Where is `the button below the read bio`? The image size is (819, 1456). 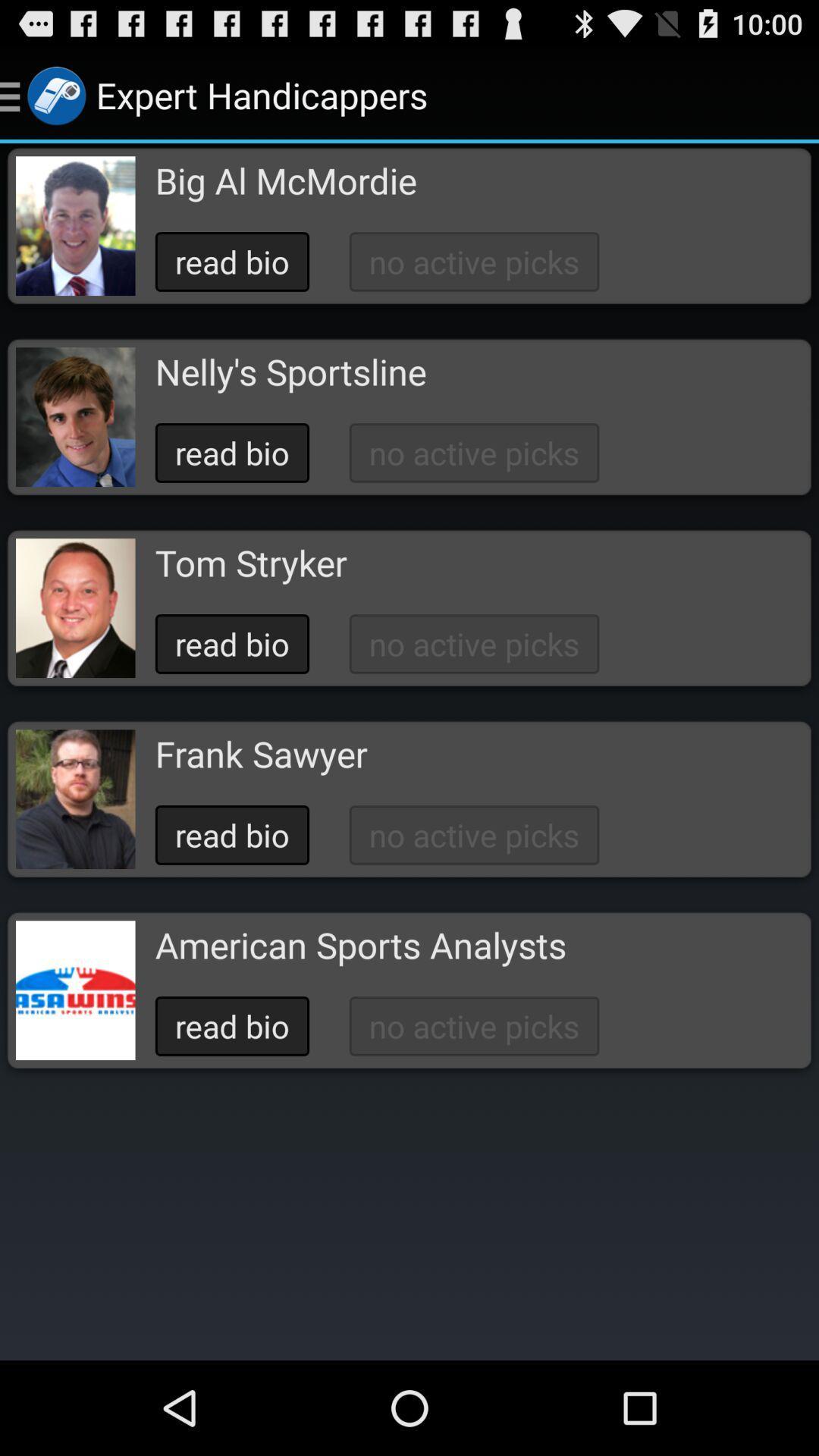
the button below the read bio is located at coordinates (360, 944).